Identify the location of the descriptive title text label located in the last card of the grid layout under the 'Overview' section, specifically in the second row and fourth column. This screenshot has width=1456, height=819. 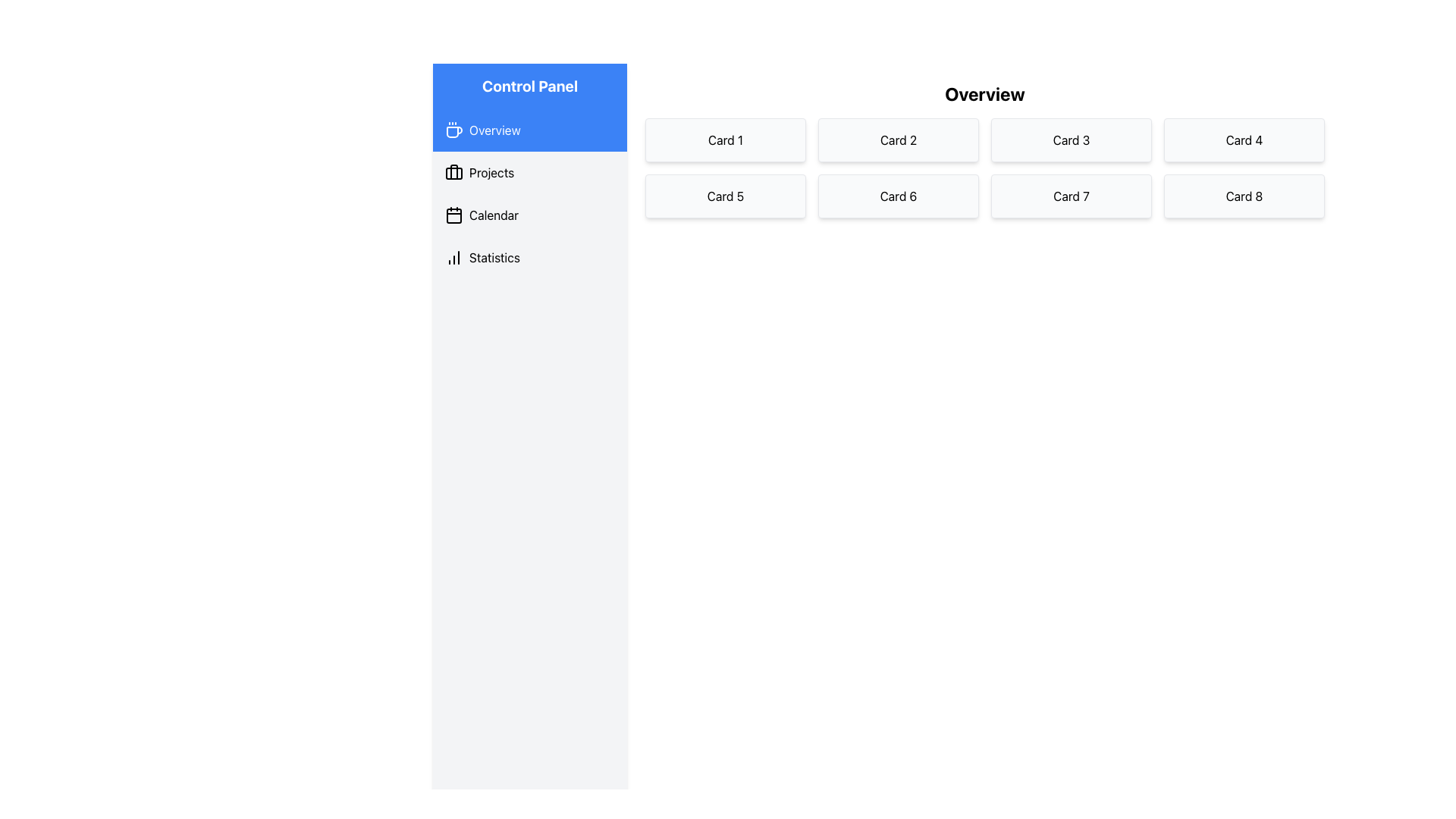
(1244, 195).